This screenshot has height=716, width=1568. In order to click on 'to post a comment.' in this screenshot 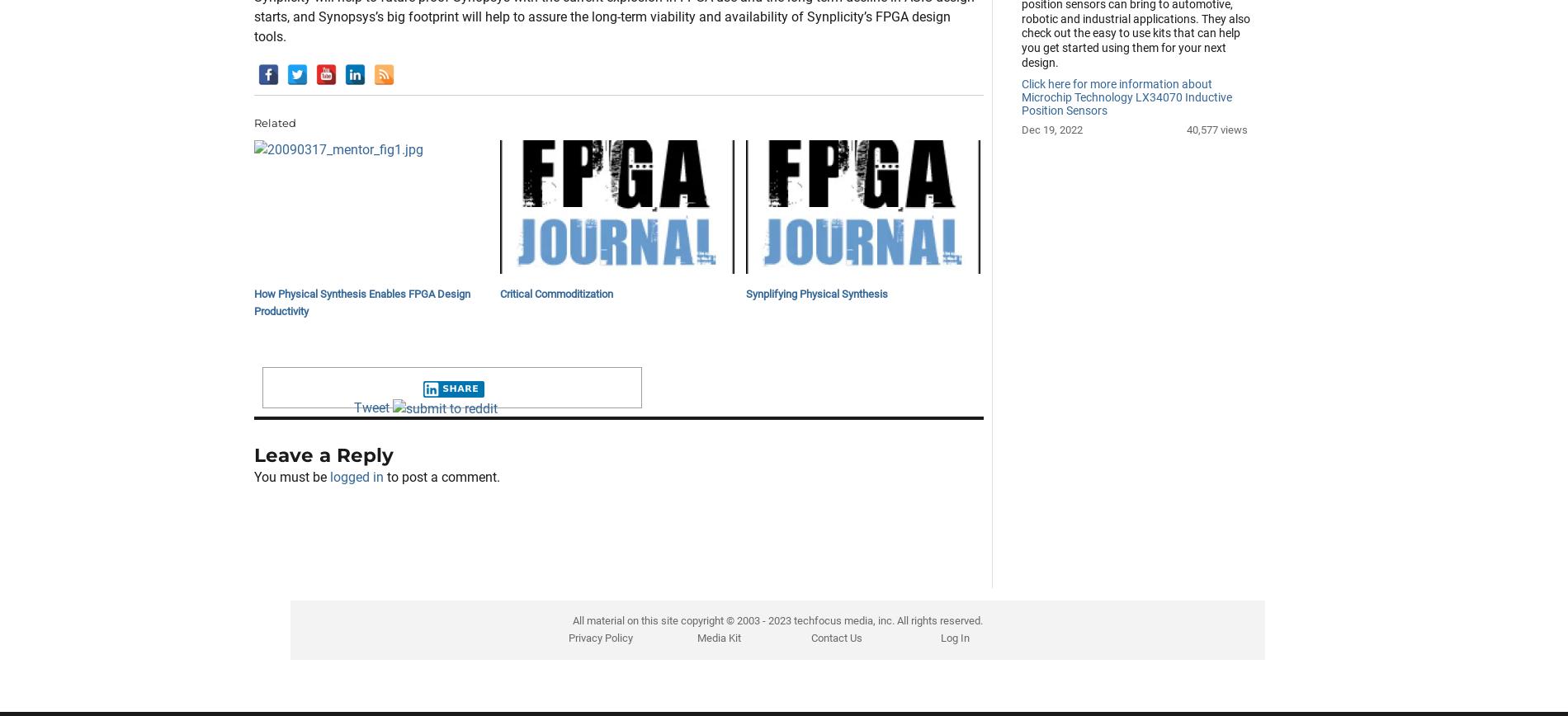, I will do `click(381, 559)`.